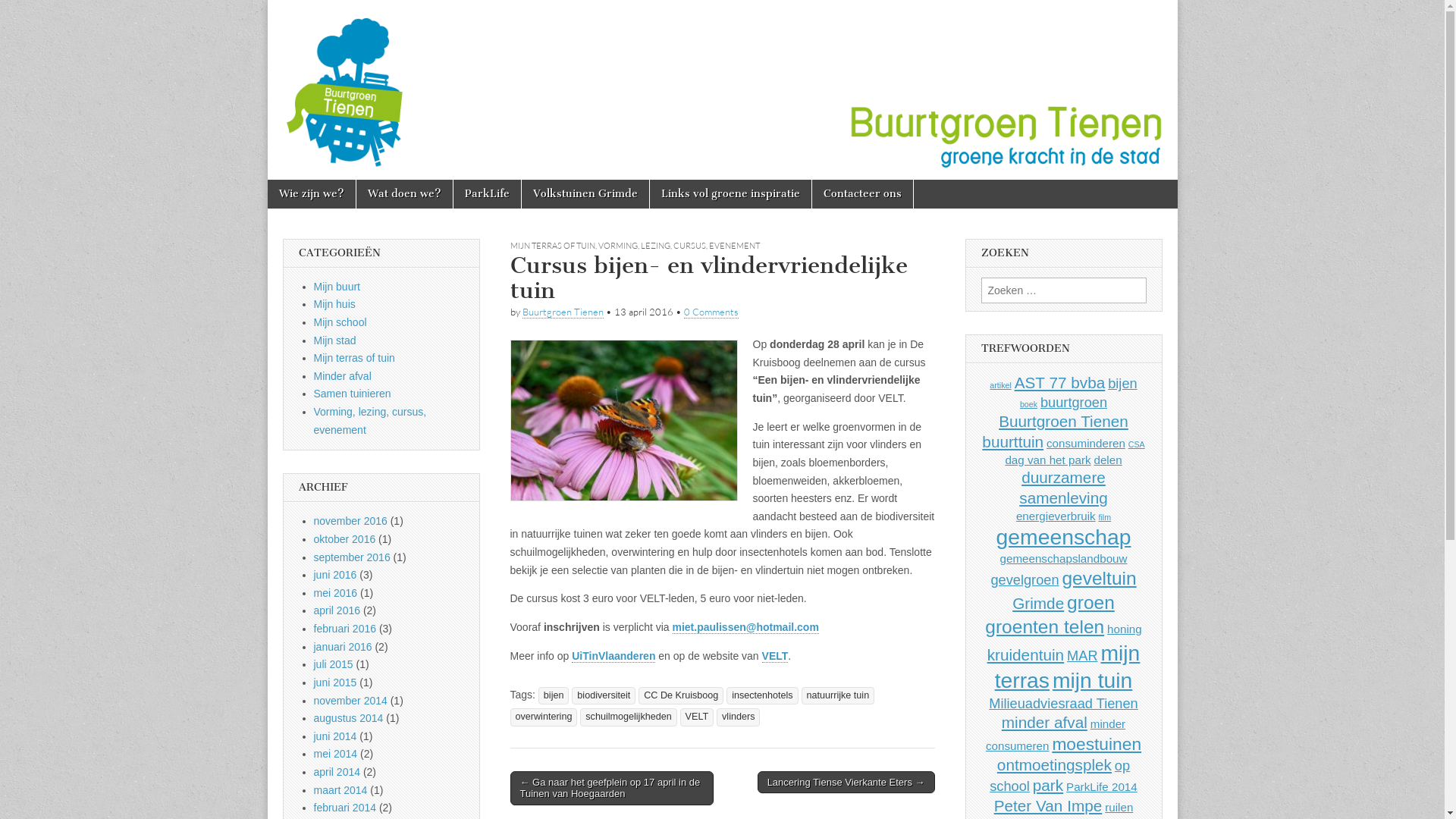 This screenshot has height=819, width=1456. I want to click on 'moestuinen', so click(1096, 742).